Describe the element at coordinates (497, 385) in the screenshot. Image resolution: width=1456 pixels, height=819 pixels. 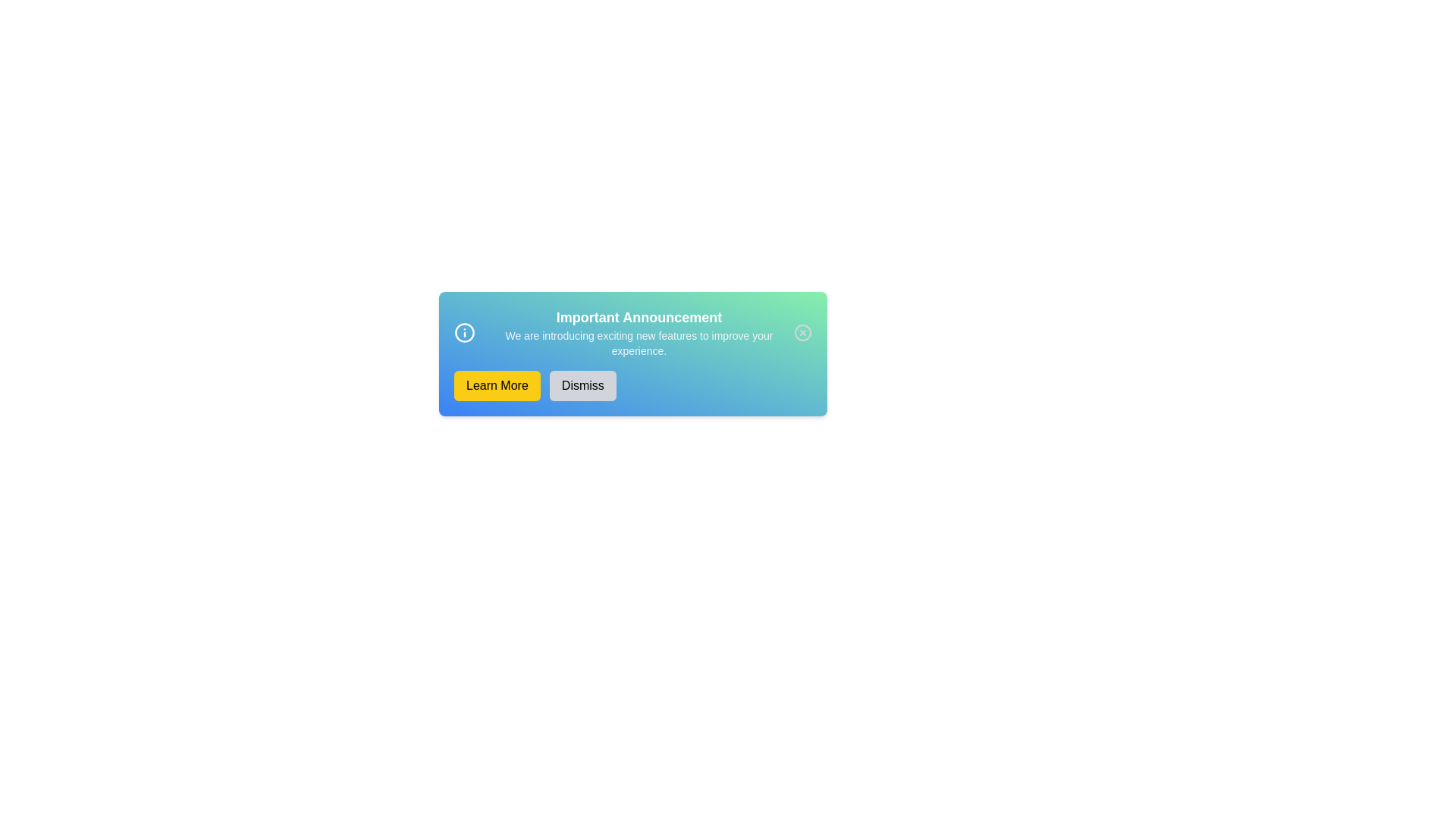
I see `the Learn More button to view its hover effect` at that location.